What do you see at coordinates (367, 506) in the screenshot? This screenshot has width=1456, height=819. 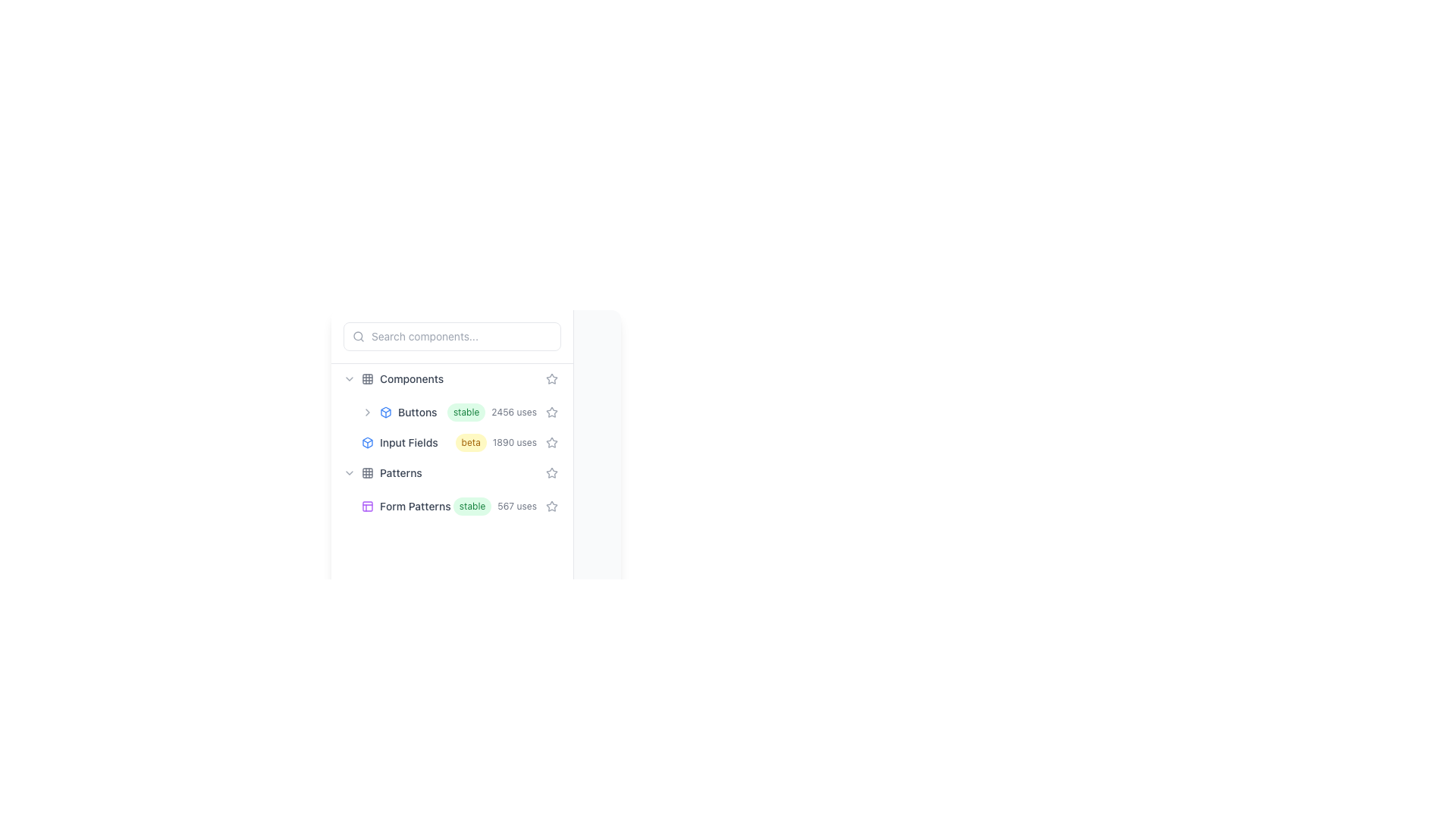 I see `the small purple-bordered square icon located to the left of the 'Form Patterns' text to interact with or expand the section` at bounding box center [367, 506].